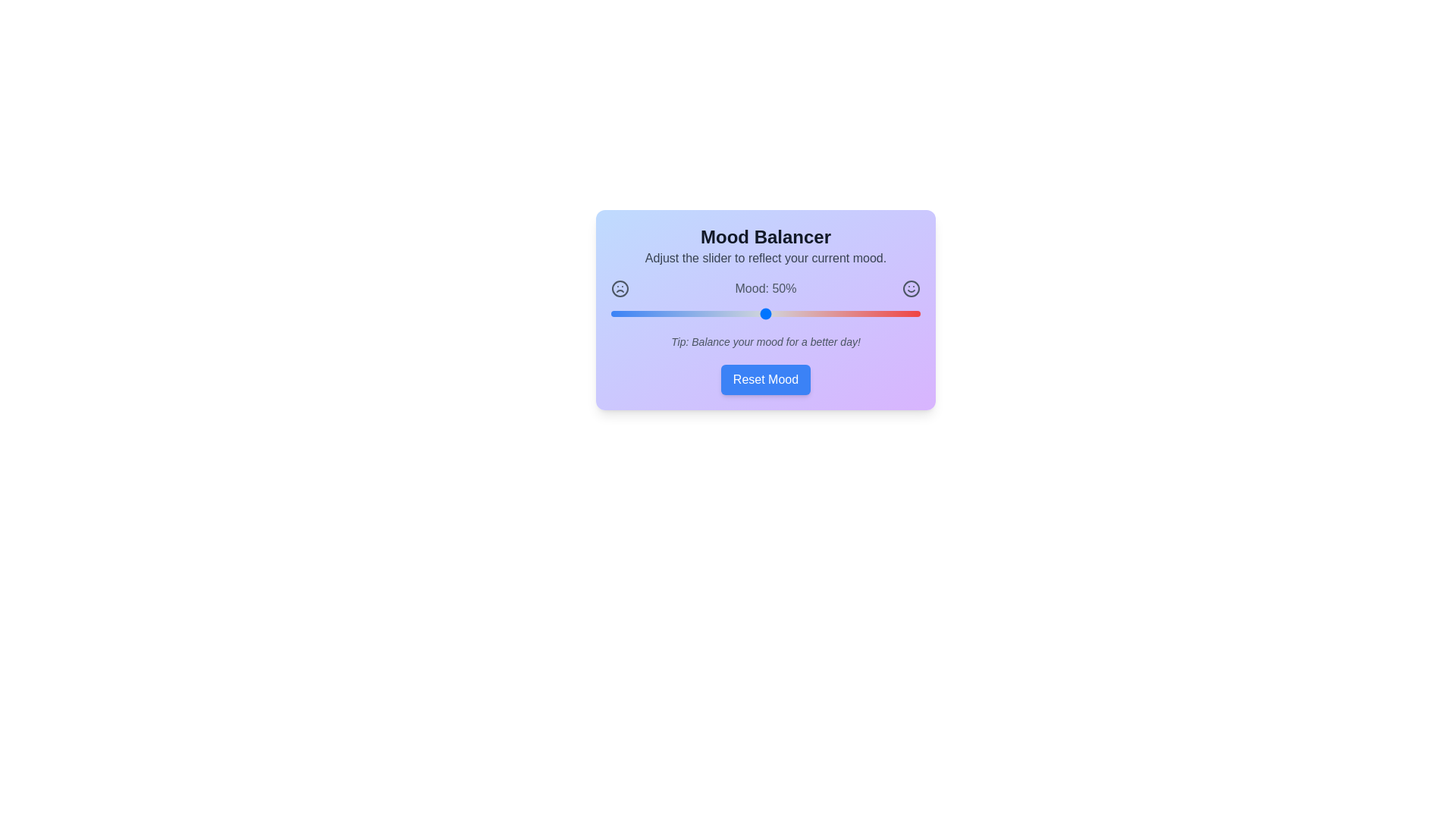  Describe the element at coordinates (664, 312) in the screenshot. I see `the mood slider to 17%` at that location.